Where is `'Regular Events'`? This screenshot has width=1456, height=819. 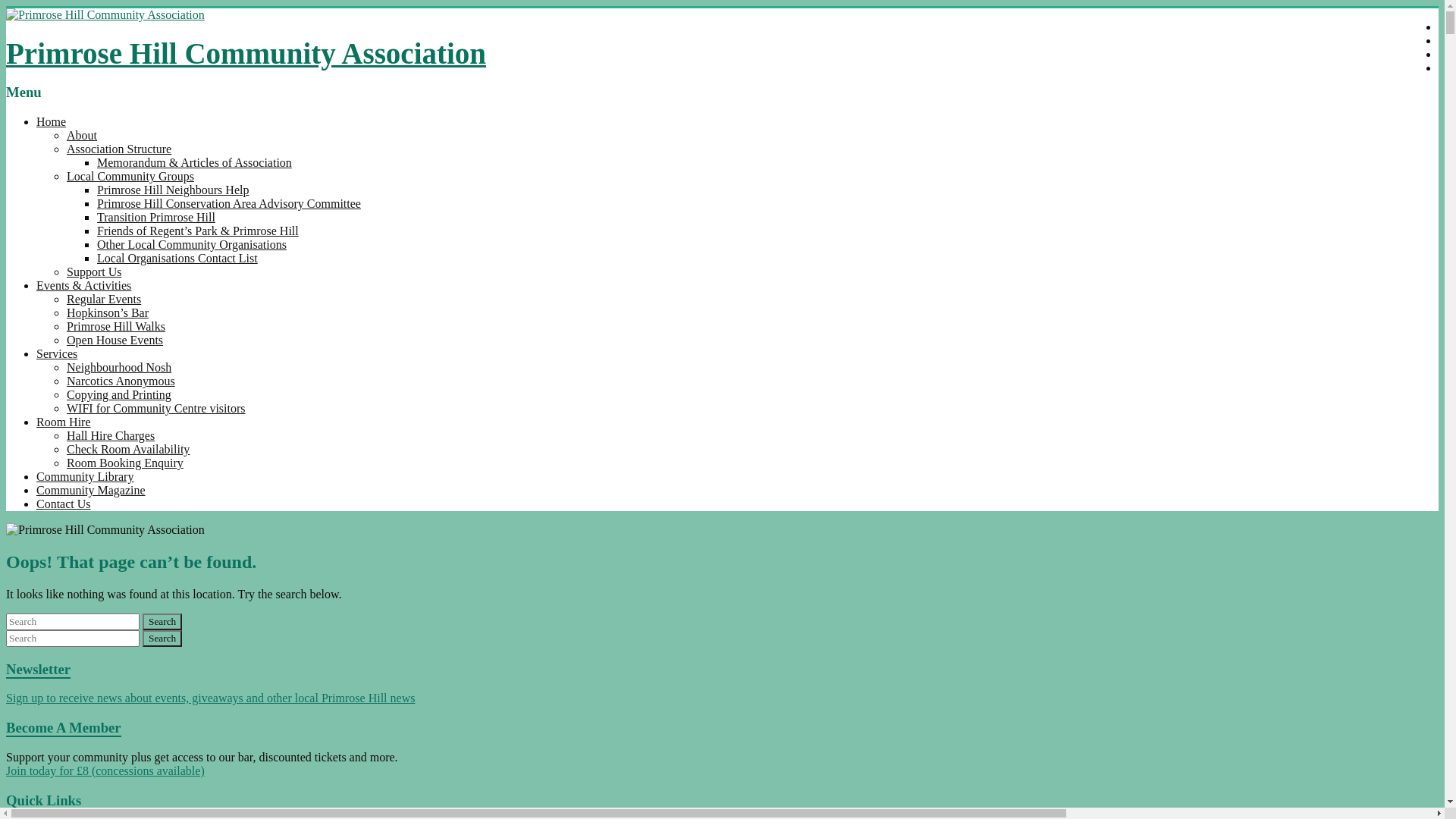
'Regular Events' is located at coordinates (103, 299).